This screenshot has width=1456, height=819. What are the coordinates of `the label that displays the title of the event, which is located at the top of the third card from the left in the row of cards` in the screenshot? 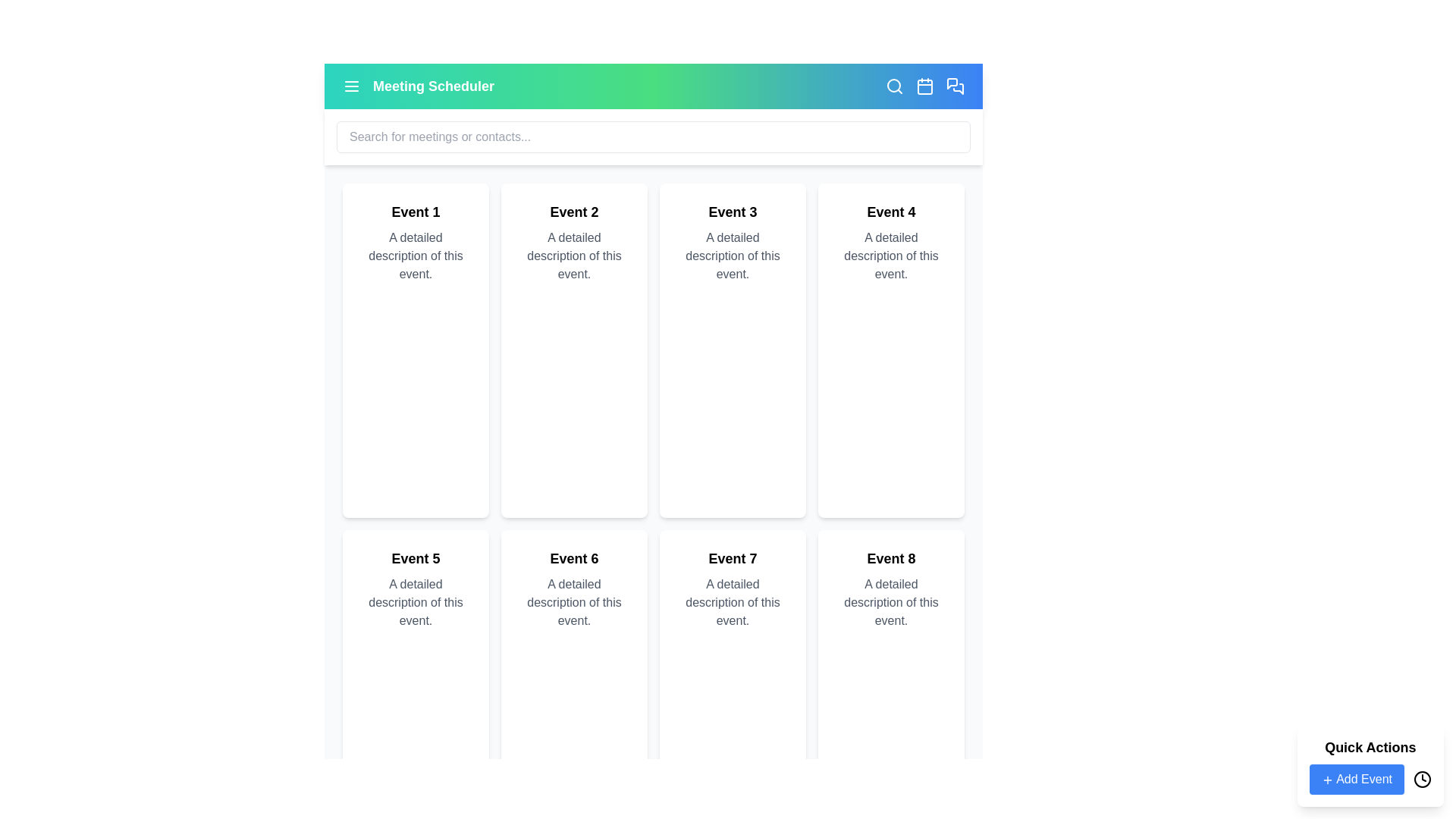 It's located at (733, 212).